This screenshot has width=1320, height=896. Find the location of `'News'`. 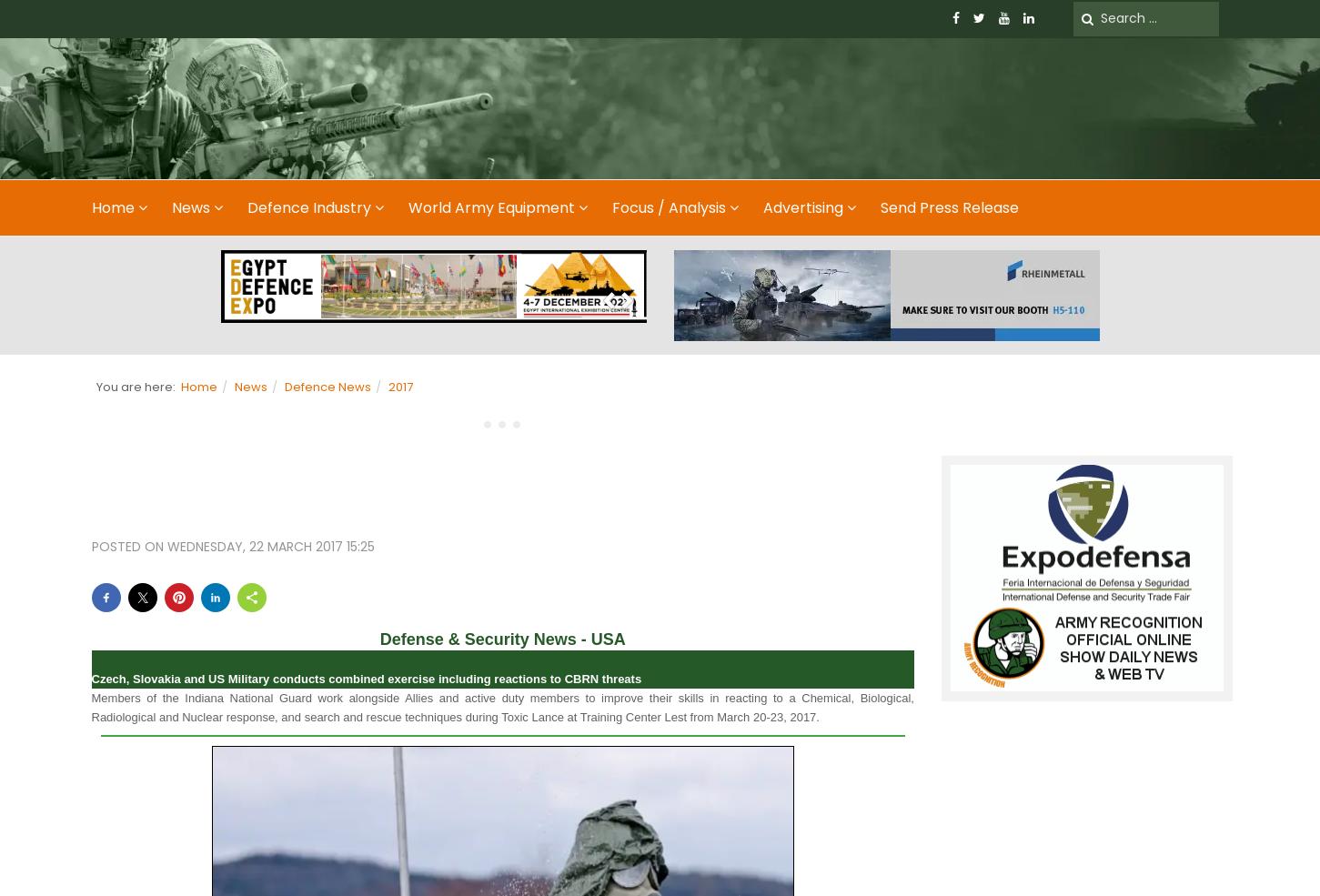

'News' is located at coordinates (248, 385).